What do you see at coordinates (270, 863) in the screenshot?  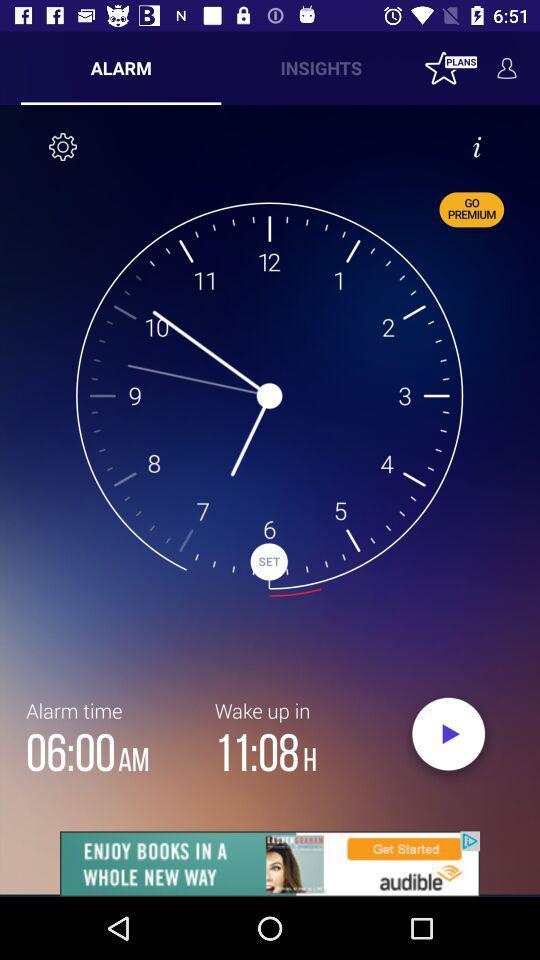 I see `more` at bounding box center [270, 863].